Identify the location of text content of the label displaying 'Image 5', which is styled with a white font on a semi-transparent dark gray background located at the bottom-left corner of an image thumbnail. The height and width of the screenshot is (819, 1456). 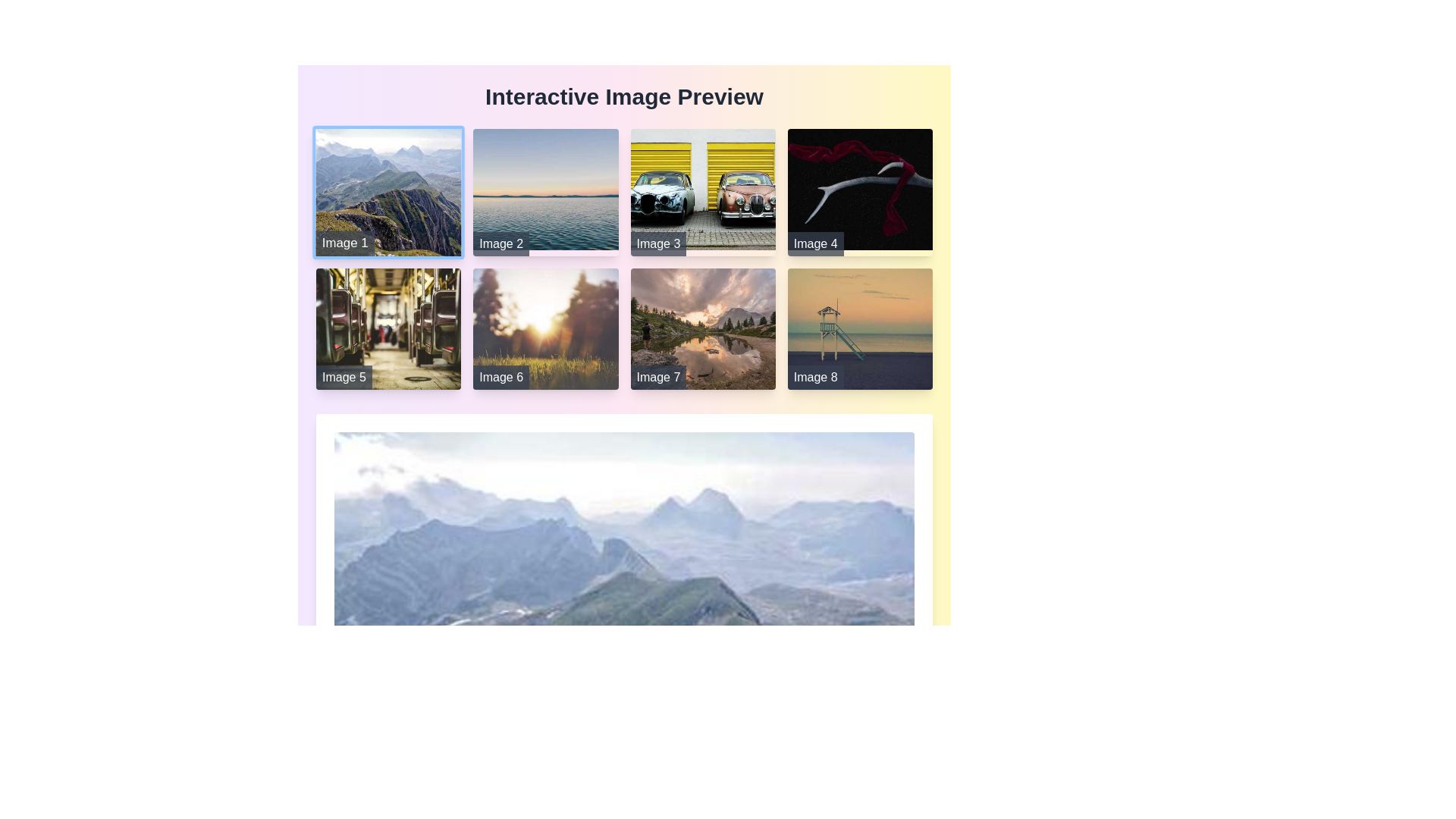
(343, 376).